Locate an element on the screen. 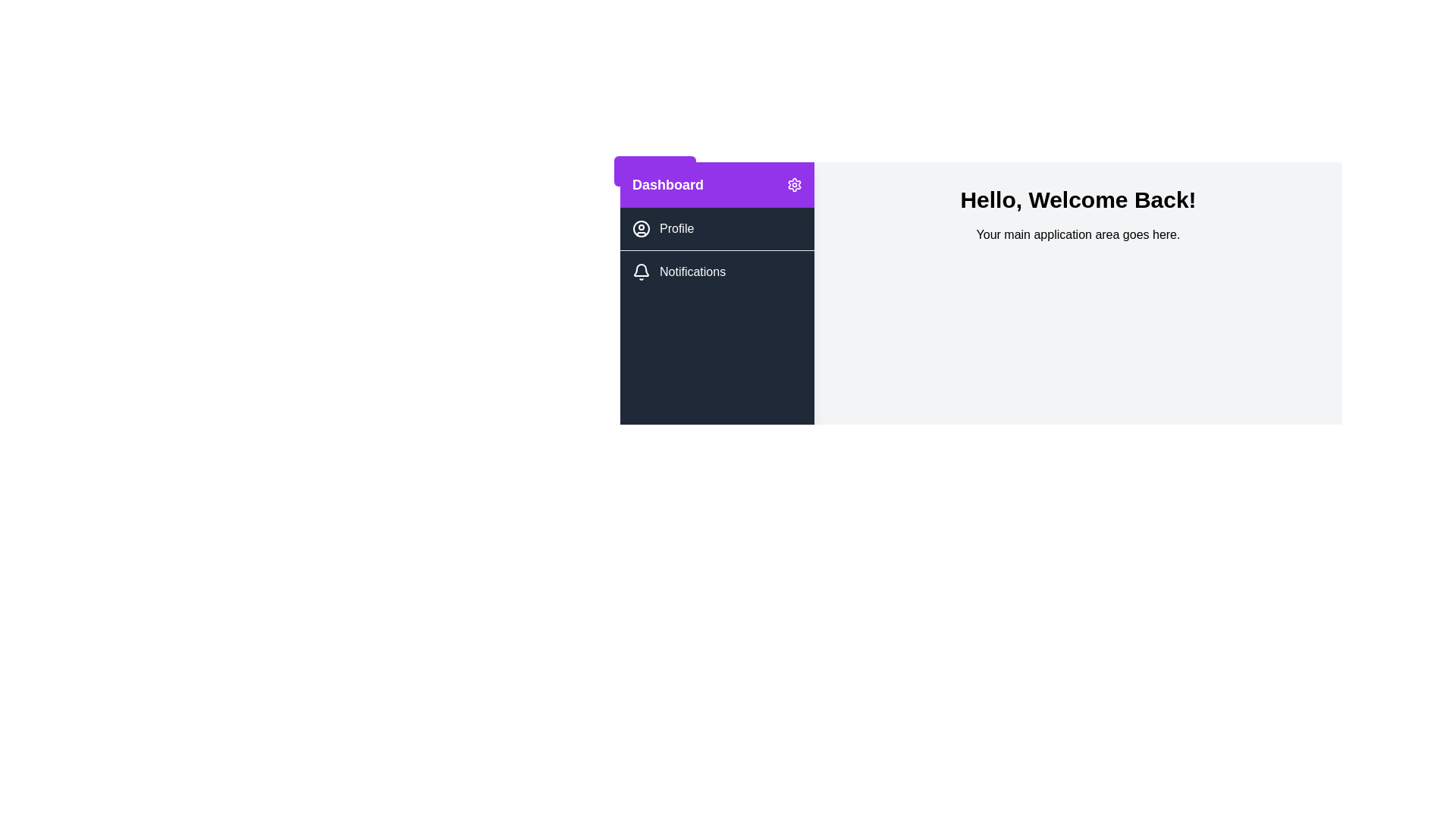 The image size is (1456, 819). the static text label for the notifications menu located in the left navigation panel under the 'Profile' menu item, which is directly to the right of the bell icon is located at coordinates (692, 271).